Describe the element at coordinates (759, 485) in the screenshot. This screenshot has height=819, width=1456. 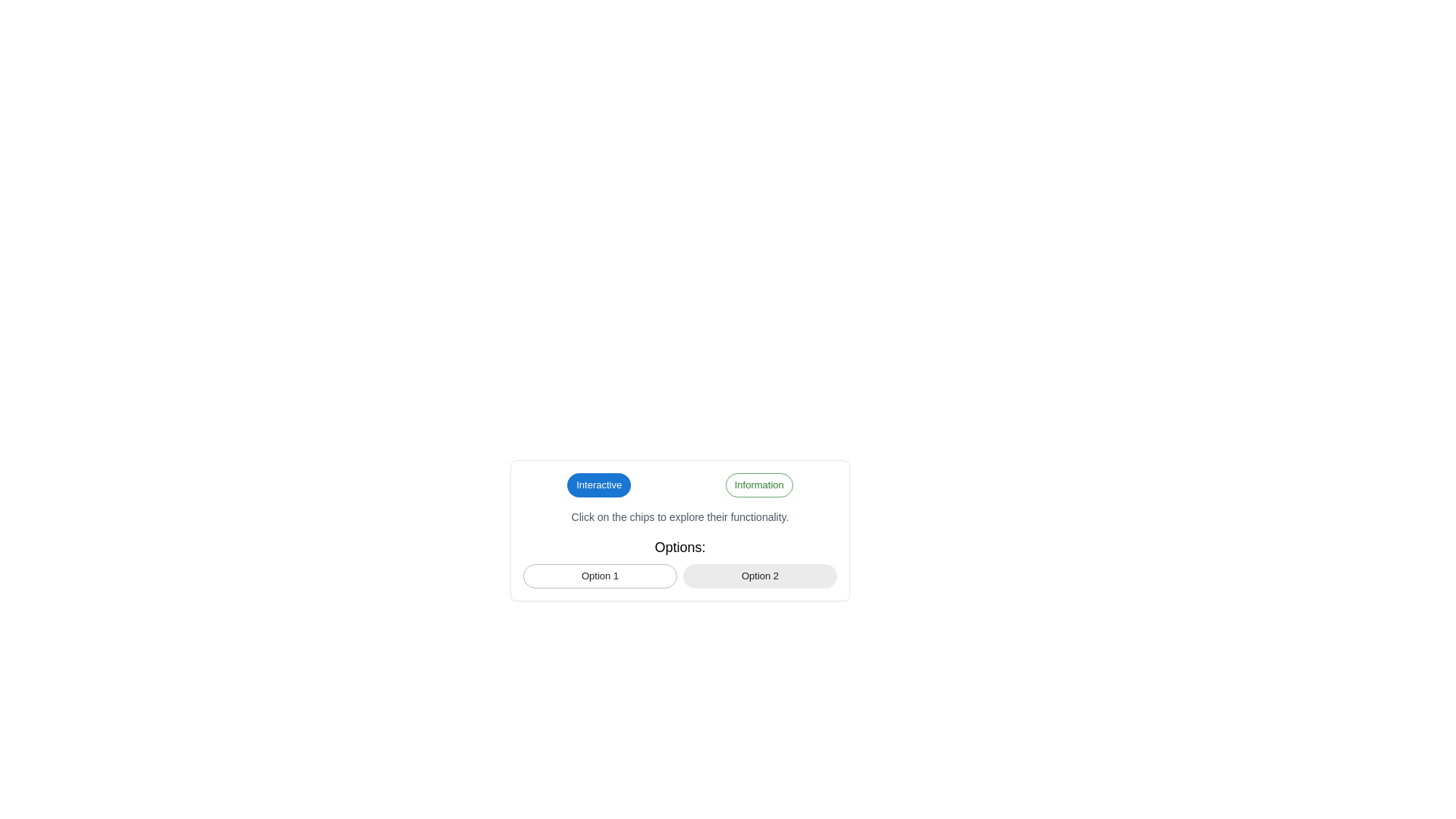
I see `text from the Label that displays 'Information', which is styled with a green border and green text, located to the right of the 'Interactive' chip` at that location.